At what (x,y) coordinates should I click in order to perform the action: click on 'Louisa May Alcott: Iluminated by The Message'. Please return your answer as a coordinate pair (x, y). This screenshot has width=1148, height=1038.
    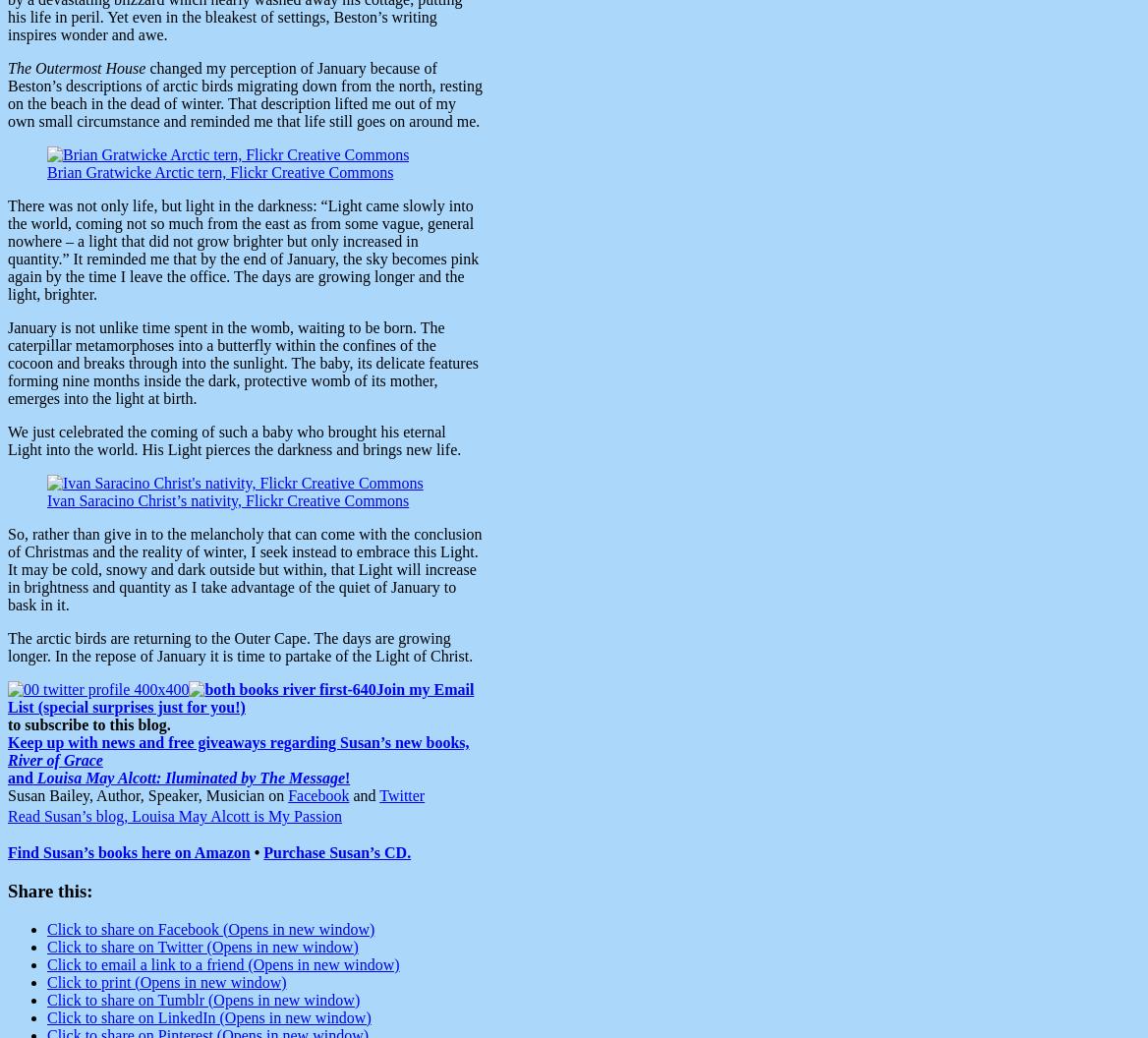
    Looking at the image, I should click on (188, 777).